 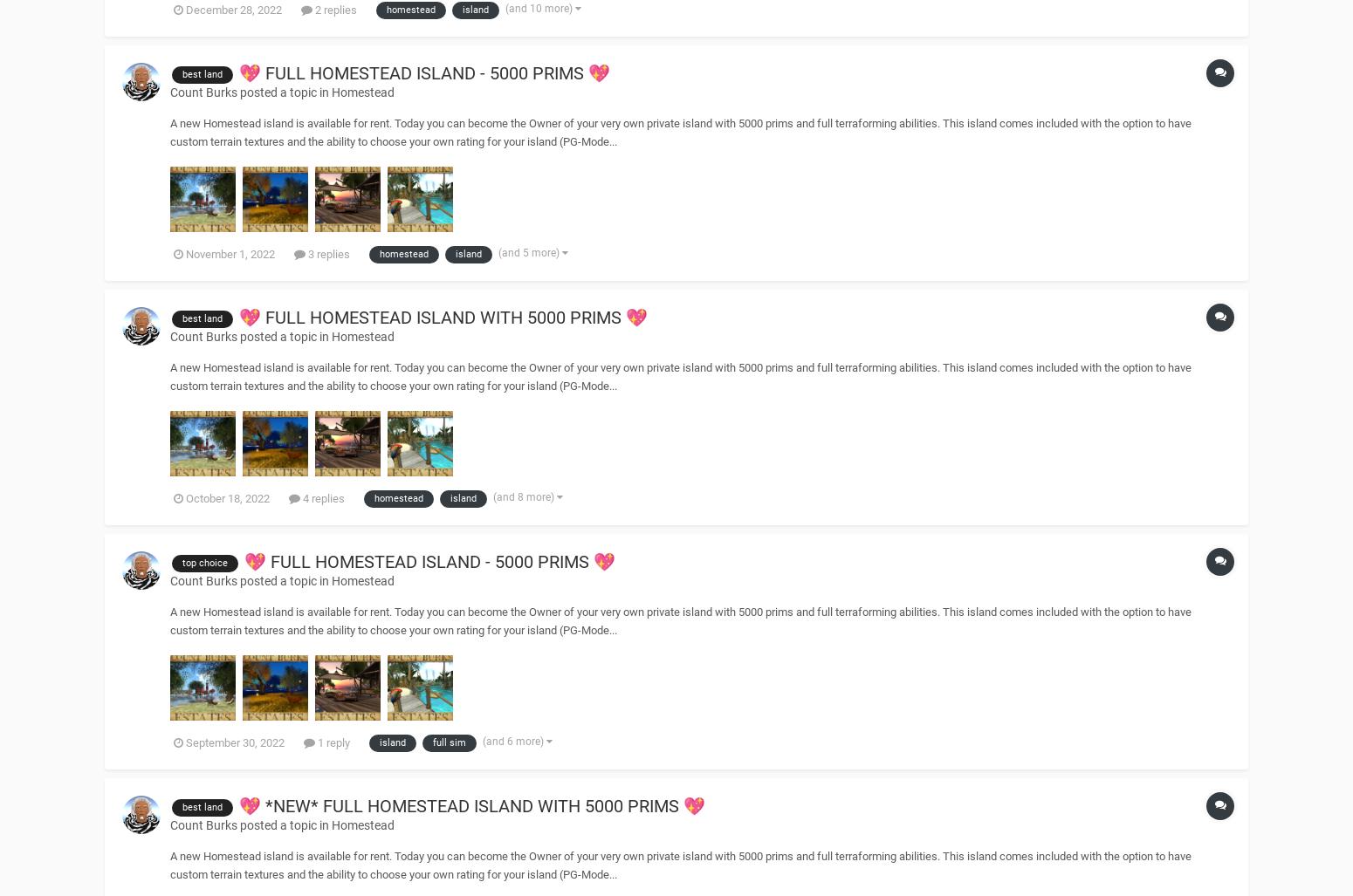 What do you see at coordinates (514, 741) in the screenshot?
I see `'(and 6 more)'` at bounding box center [514, 741].